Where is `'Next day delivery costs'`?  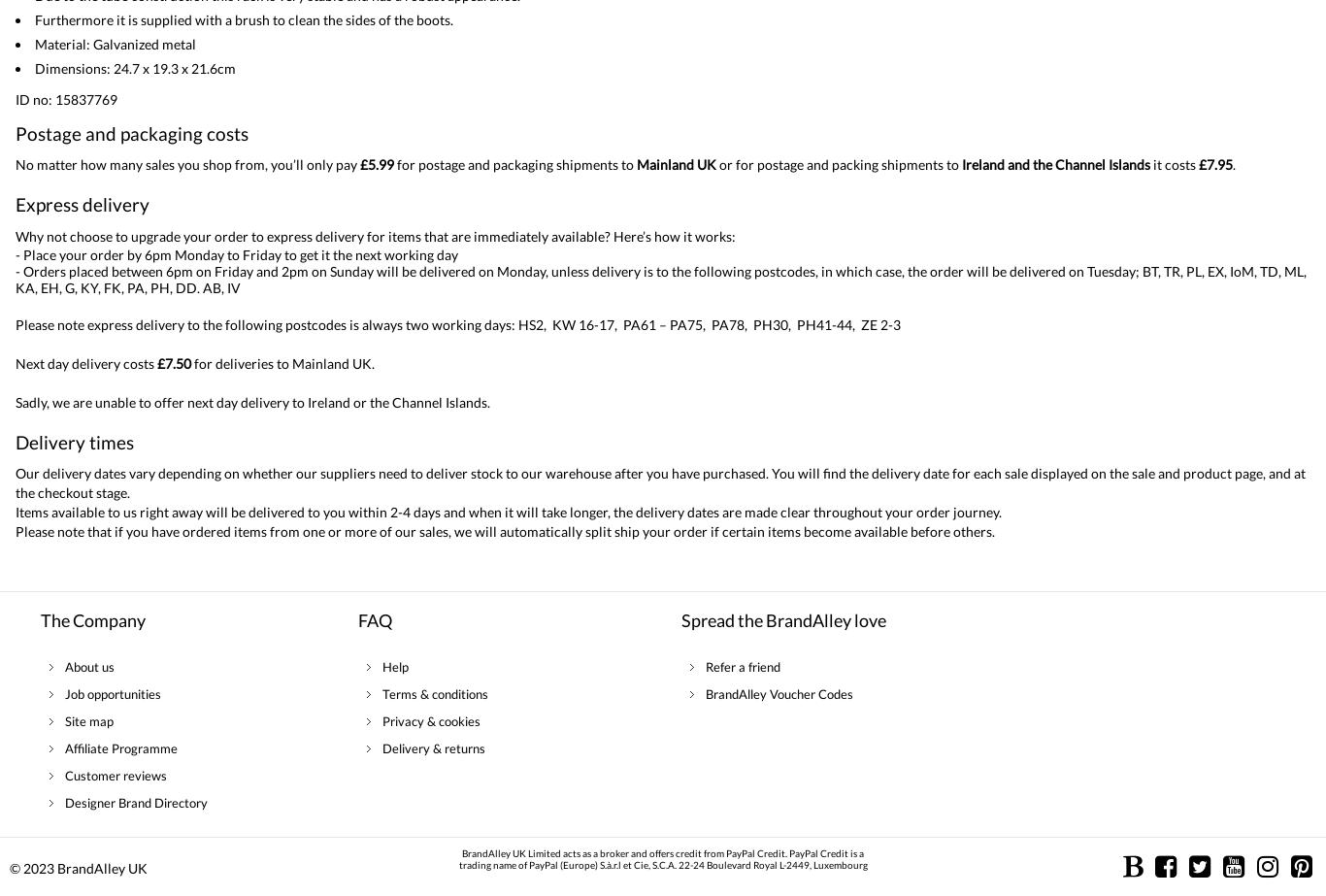
'Next day delivery costs' is located at coordinates (86, 362).